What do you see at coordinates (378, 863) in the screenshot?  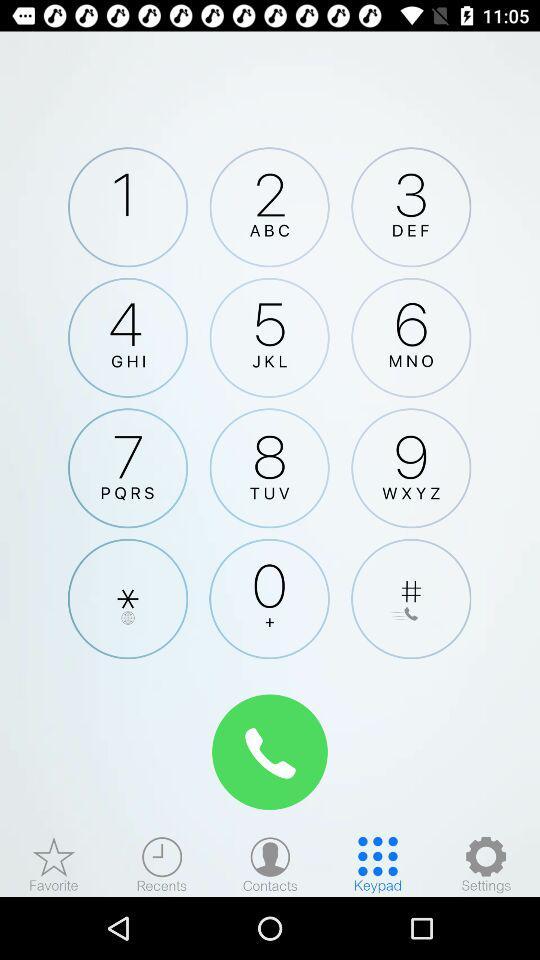 I see `the dialpad icon` at bounding box center [378, 863].